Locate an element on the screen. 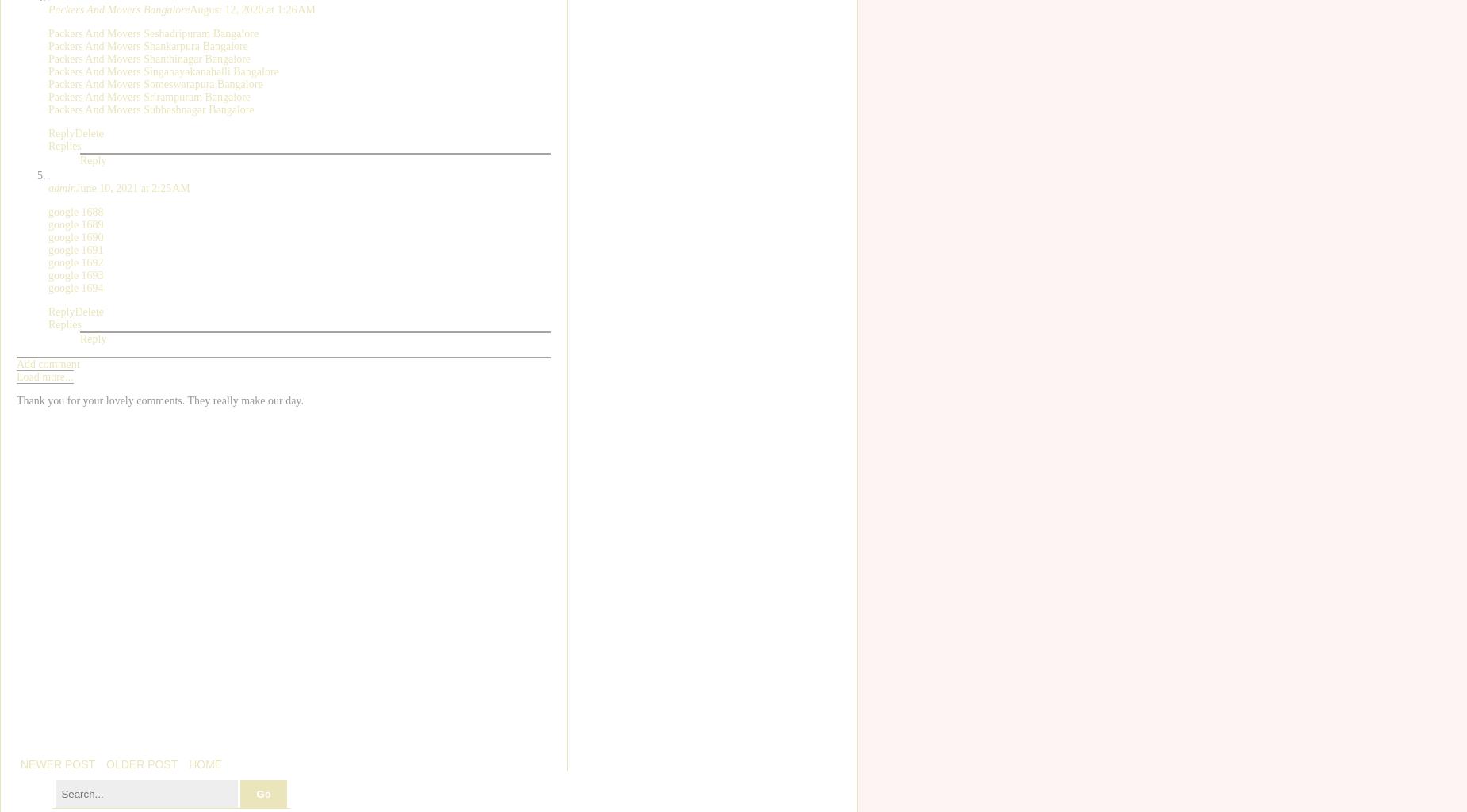  'Packers And Movers Shanthinagar Bangalore' is located at coordinates (148, 58).